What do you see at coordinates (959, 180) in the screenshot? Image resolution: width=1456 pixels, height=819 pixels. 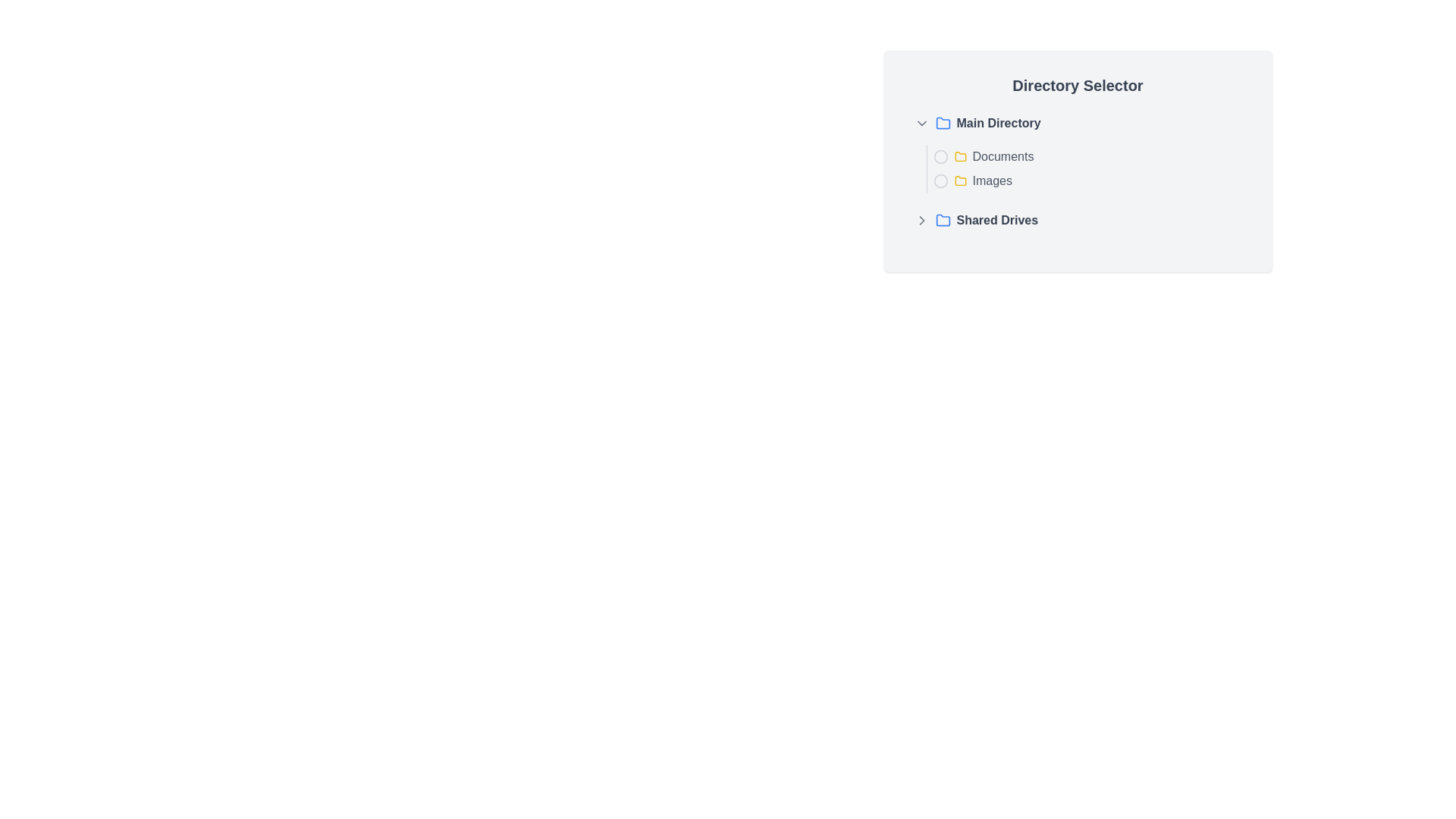 I see `the yellow folder icon located in the 'Directory Selector' interface` at bounding box center [959, 180].